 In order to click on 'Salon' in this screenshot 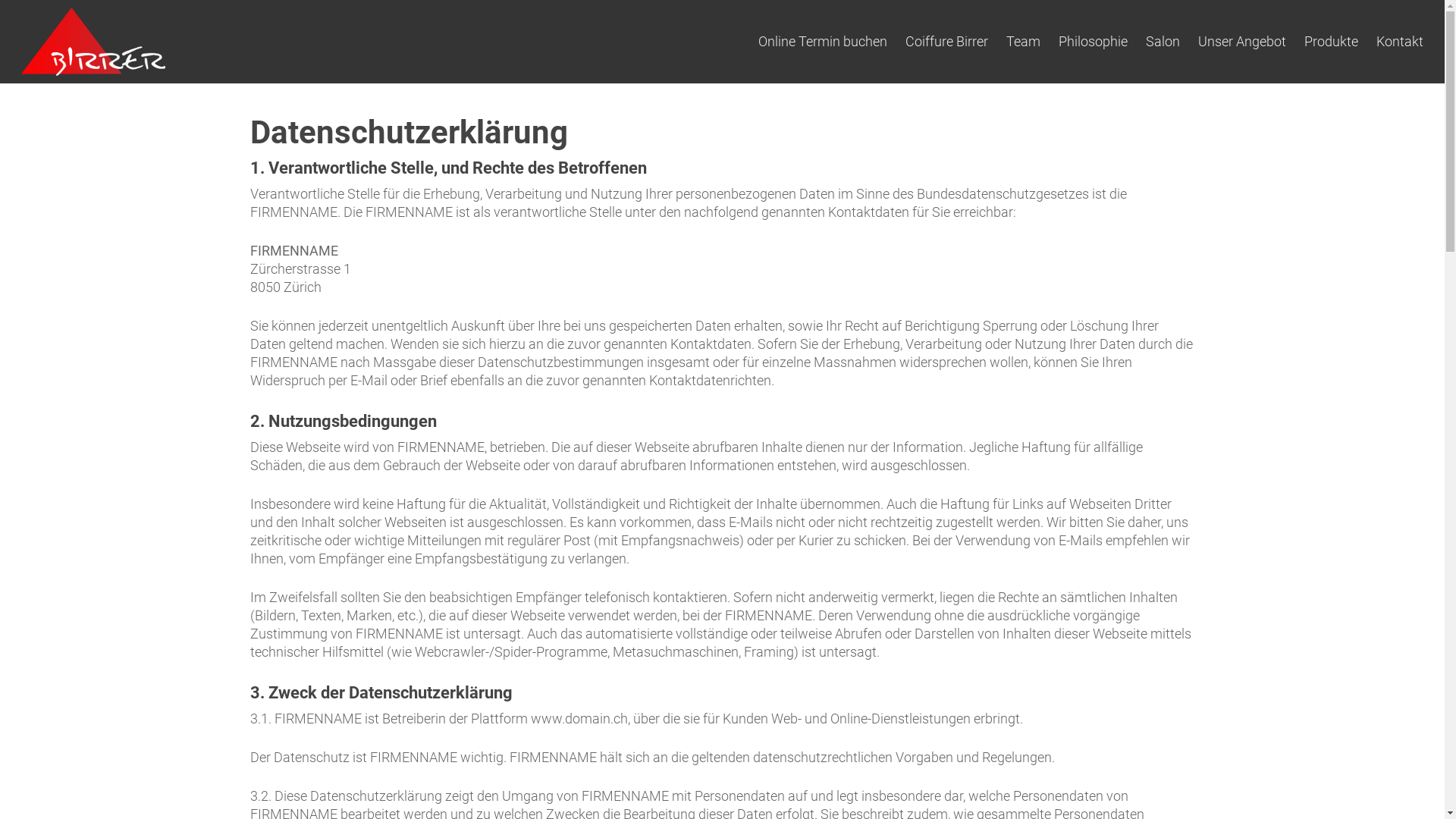, I will do `click(1146, 40)`.